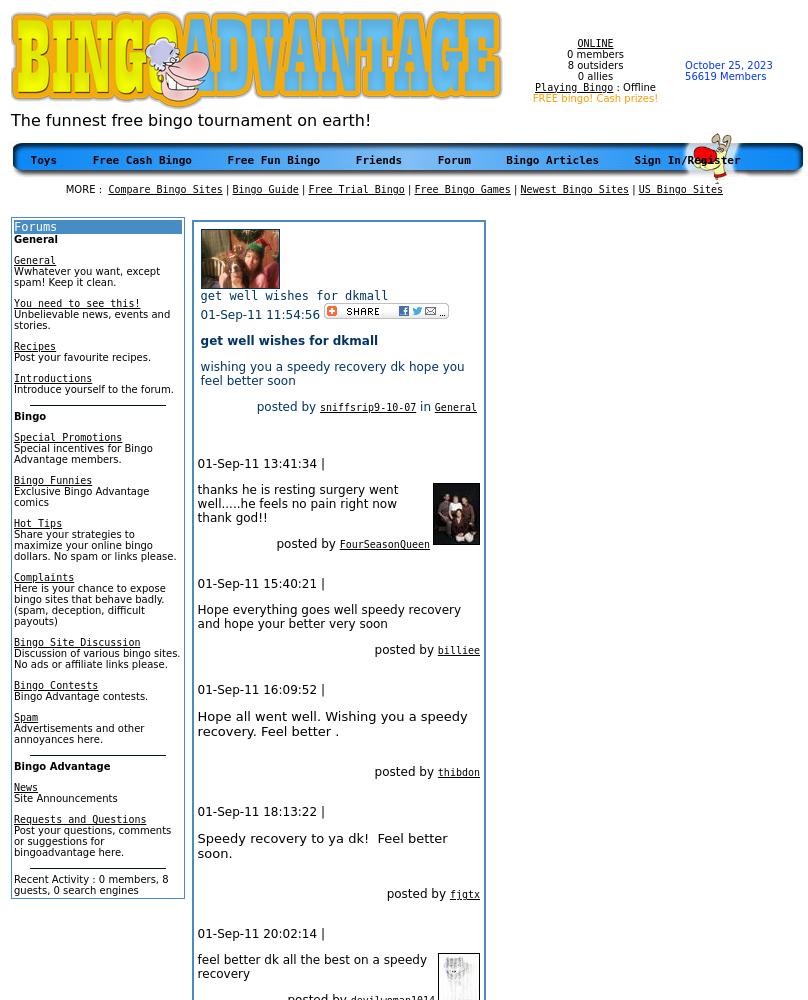 The height and width of the screenshot is (1000, 808). Describe the element at coordinates (53, 479) in the screenshot. I see `'Bingo Funnies'` at that location.